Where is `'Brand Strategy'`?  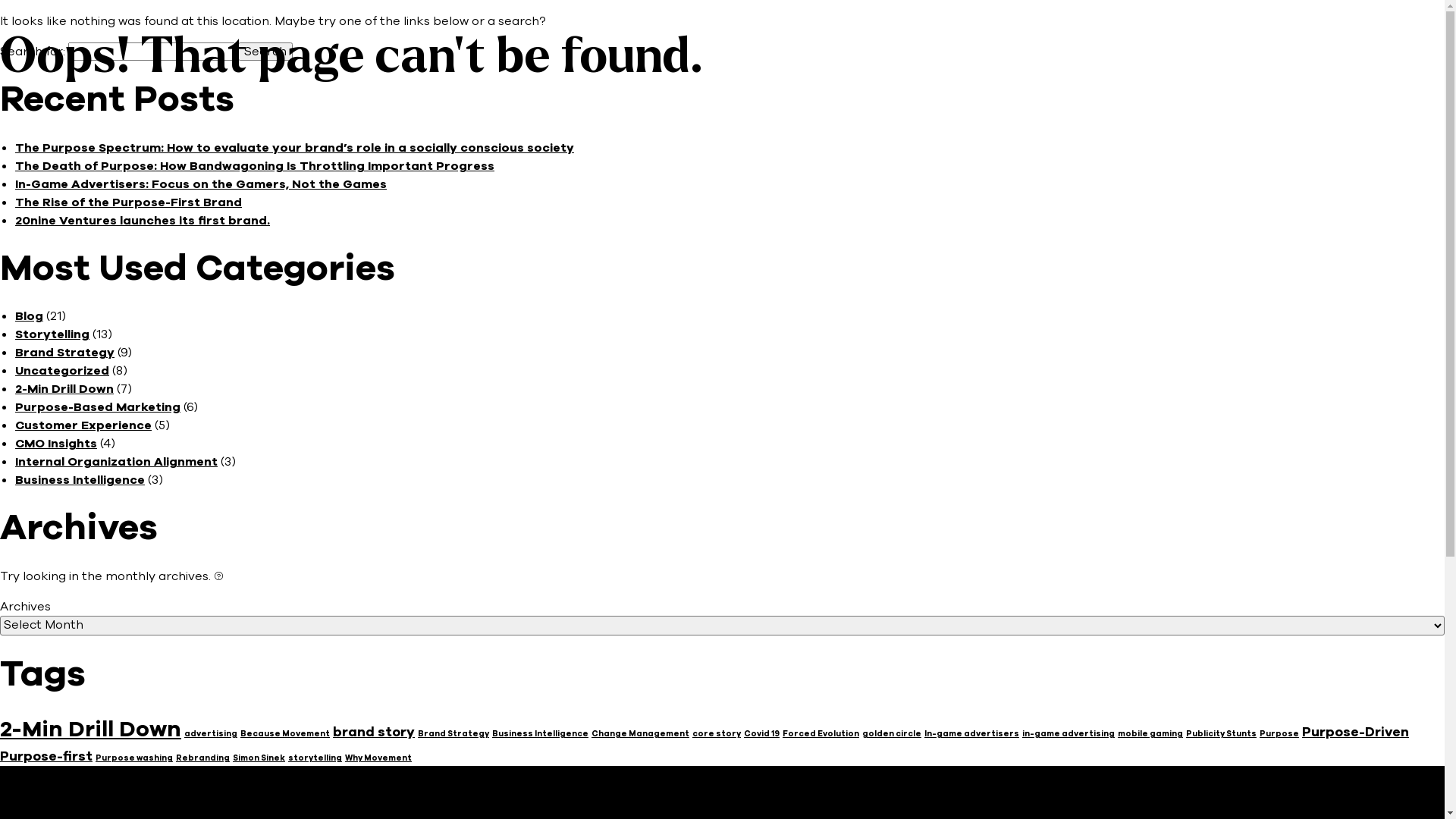
'Brand Strategy' is located at coordinates (453, 733).